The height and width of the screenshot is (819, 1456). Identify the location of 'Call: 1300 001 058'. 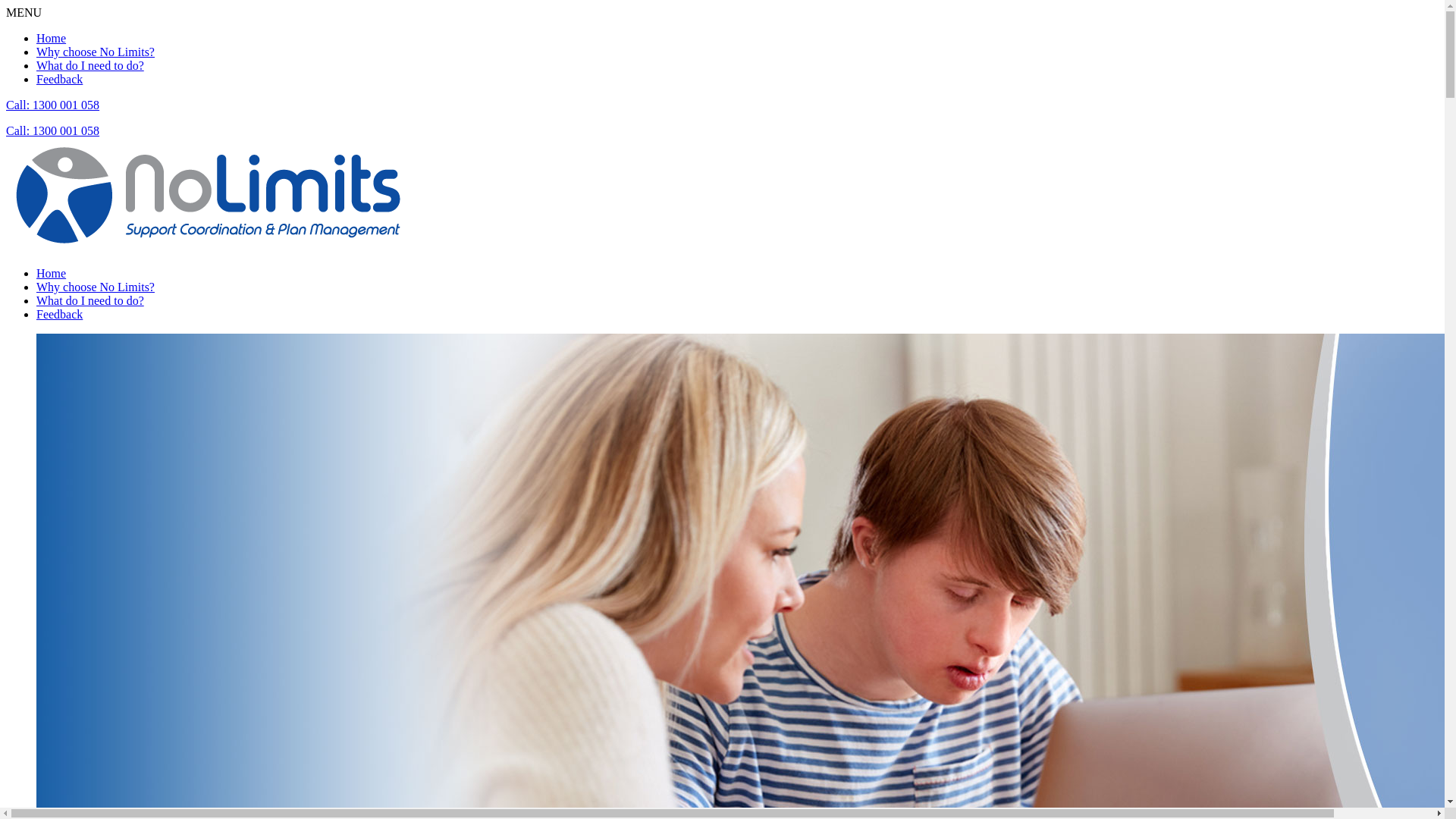
(6, 130).